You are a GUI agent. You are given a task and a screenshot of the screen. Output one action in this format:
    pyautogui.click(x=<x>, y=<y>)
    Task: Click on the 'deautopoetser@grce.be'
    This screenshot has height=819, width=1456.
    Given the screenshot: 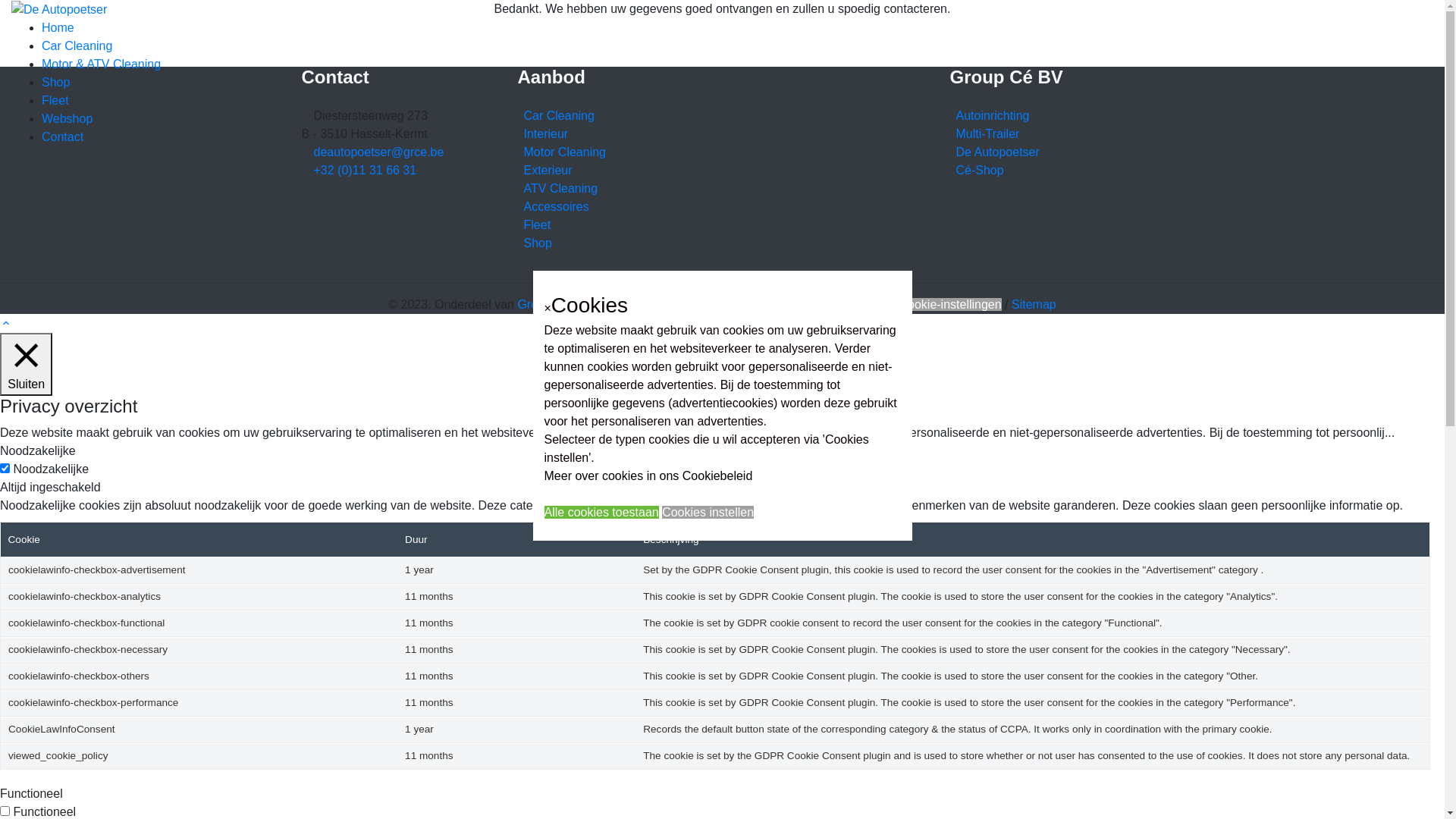 What is the action you would take?
    pyautogui.click(x=378, y=152)
    